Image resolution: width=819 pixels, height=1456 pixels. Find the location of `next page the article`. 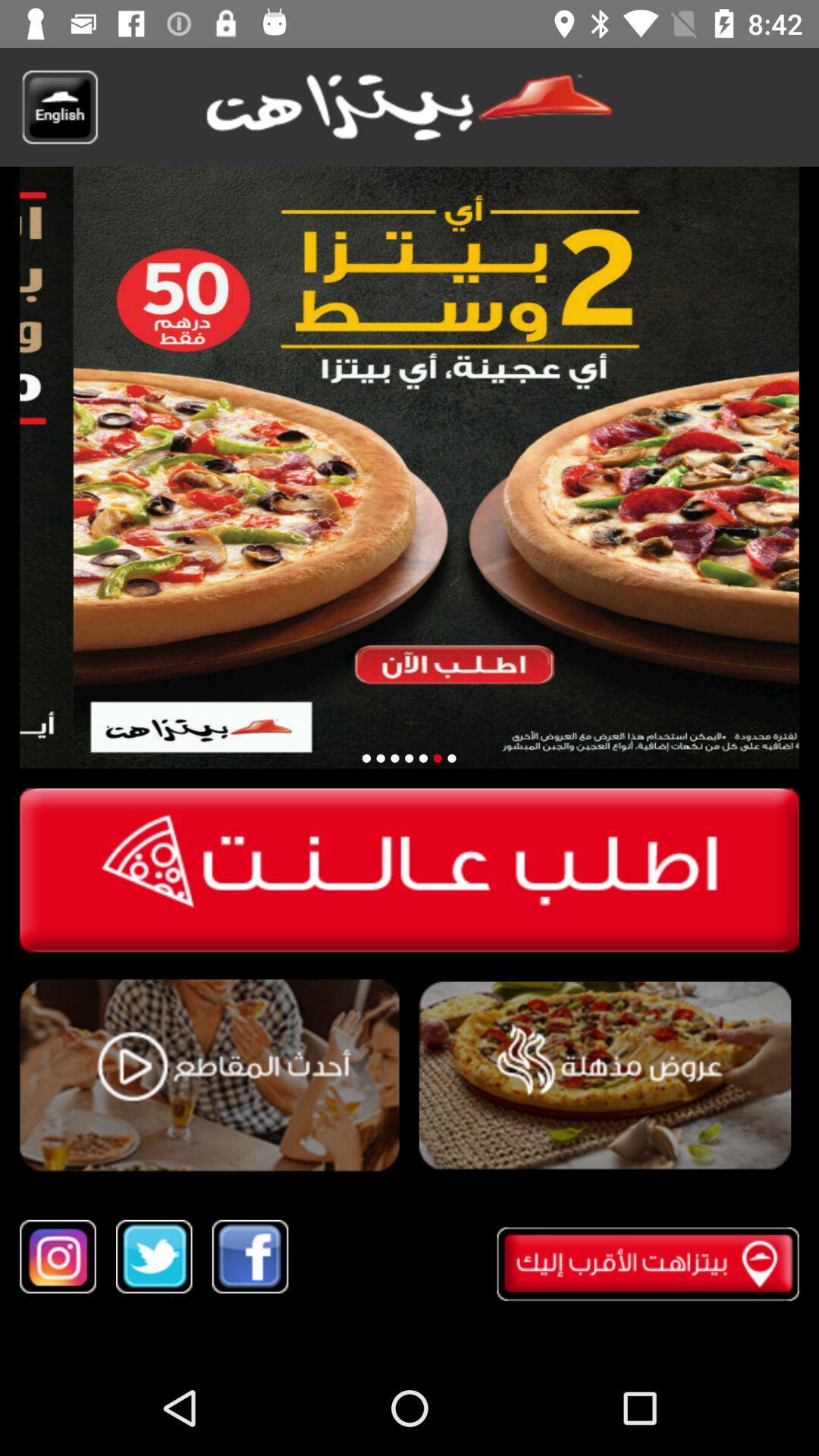

next page the article is located at coordinates (450, 758).